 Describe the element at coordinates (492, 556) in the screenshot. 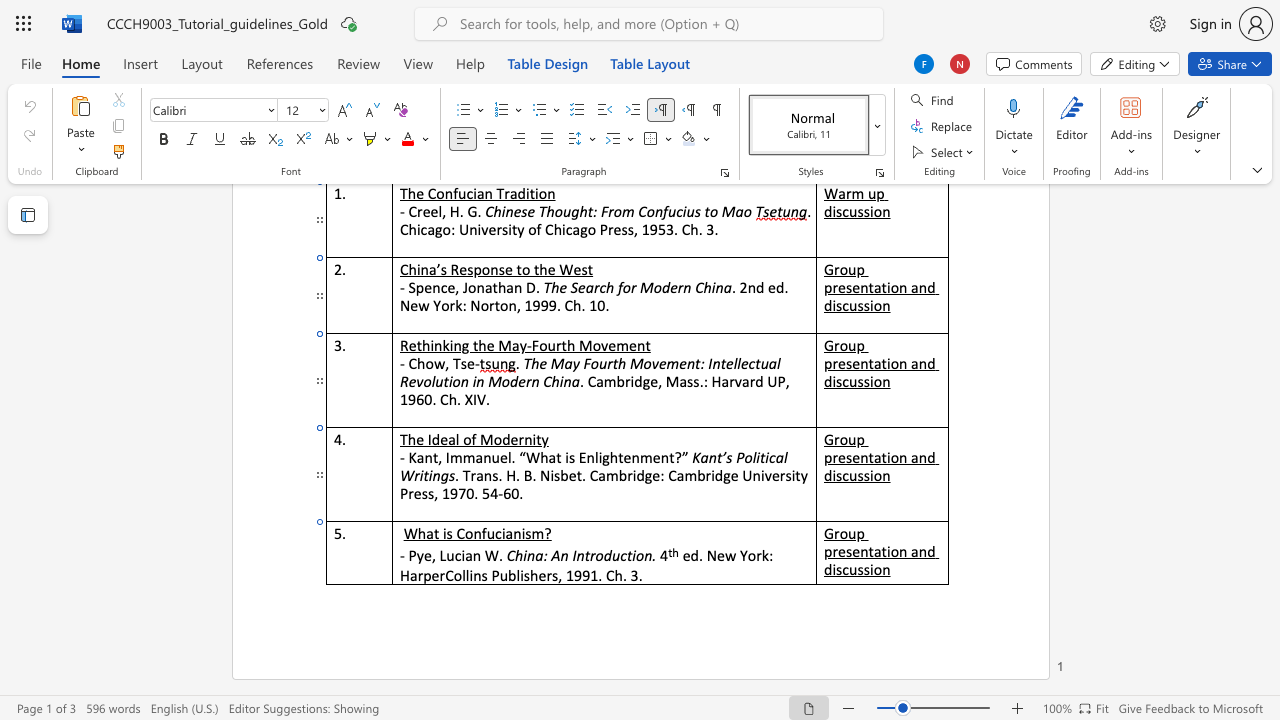

I see `the 1th character "W" in the text` at that location.